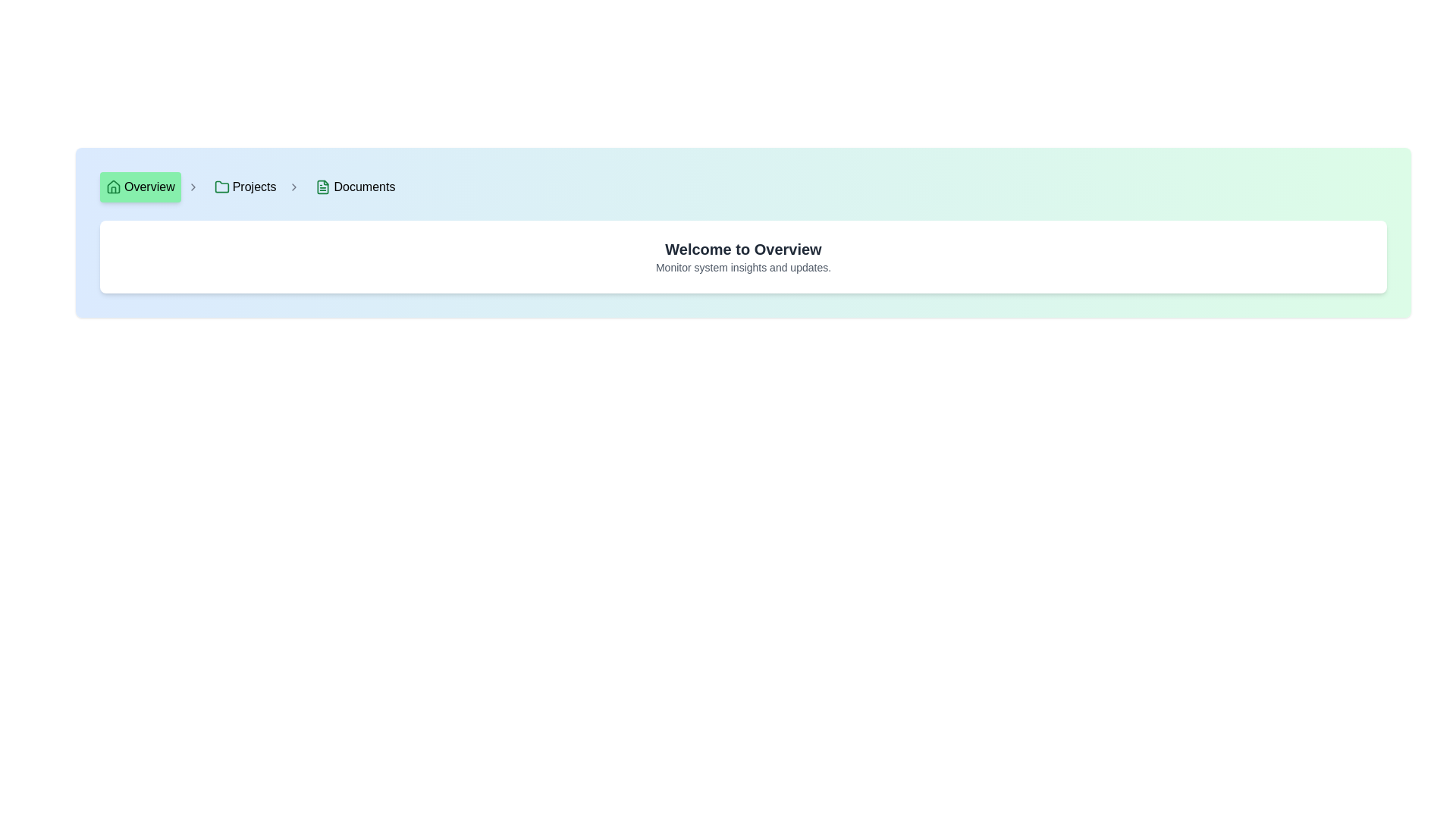 This screenshot has height=819, width=1456. What do you see at coordinates (354, 186) in the screenshot?
I see `the 'Documents' button` at bounding box center [354, 186].